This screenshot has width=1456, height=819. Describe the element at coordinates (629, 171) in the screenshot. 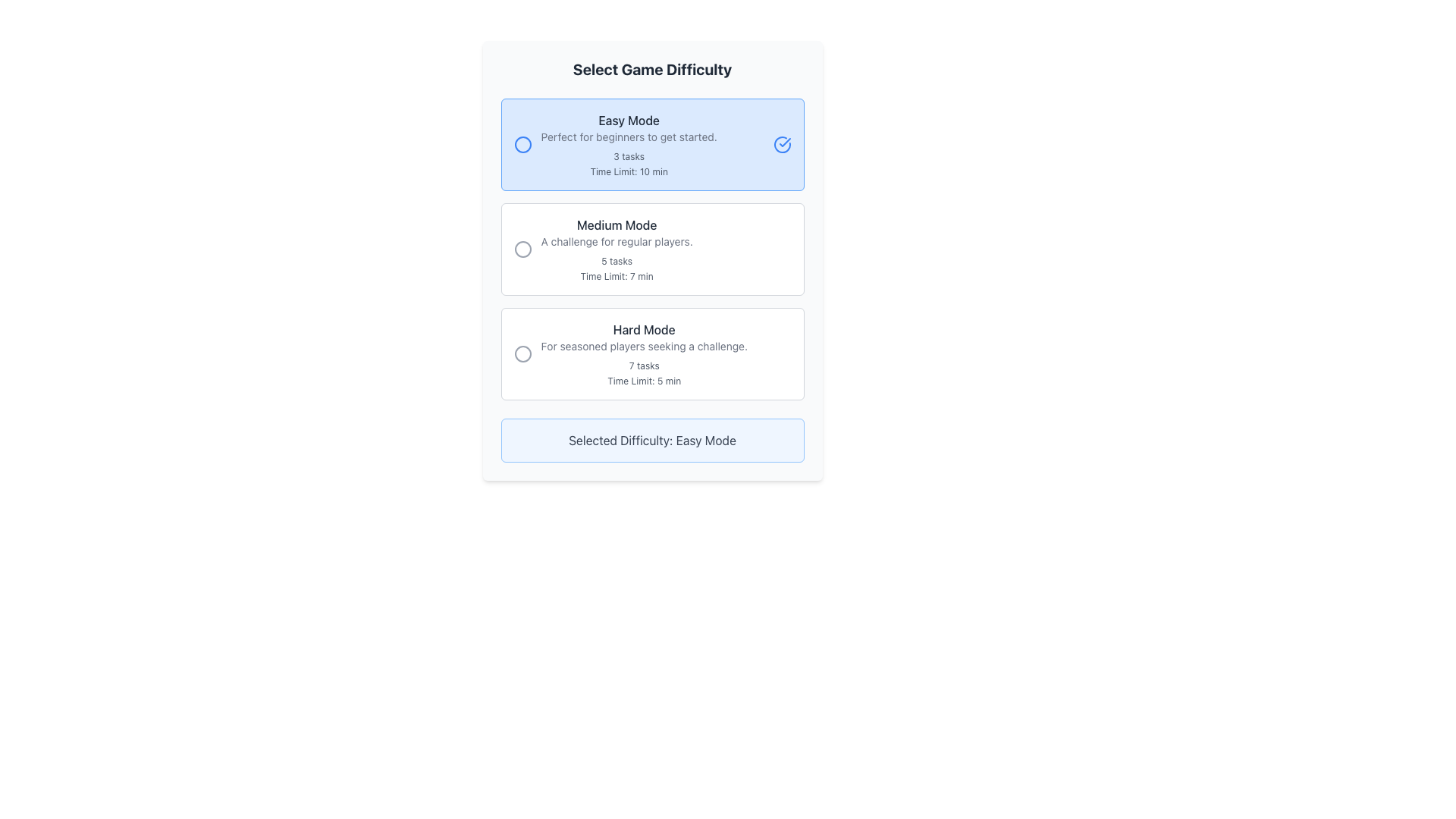

I see `the text label displaying 'Time Limit: 10 min', which is located beneath the '3 tasks' line in the Easy Mode option box` at that location.